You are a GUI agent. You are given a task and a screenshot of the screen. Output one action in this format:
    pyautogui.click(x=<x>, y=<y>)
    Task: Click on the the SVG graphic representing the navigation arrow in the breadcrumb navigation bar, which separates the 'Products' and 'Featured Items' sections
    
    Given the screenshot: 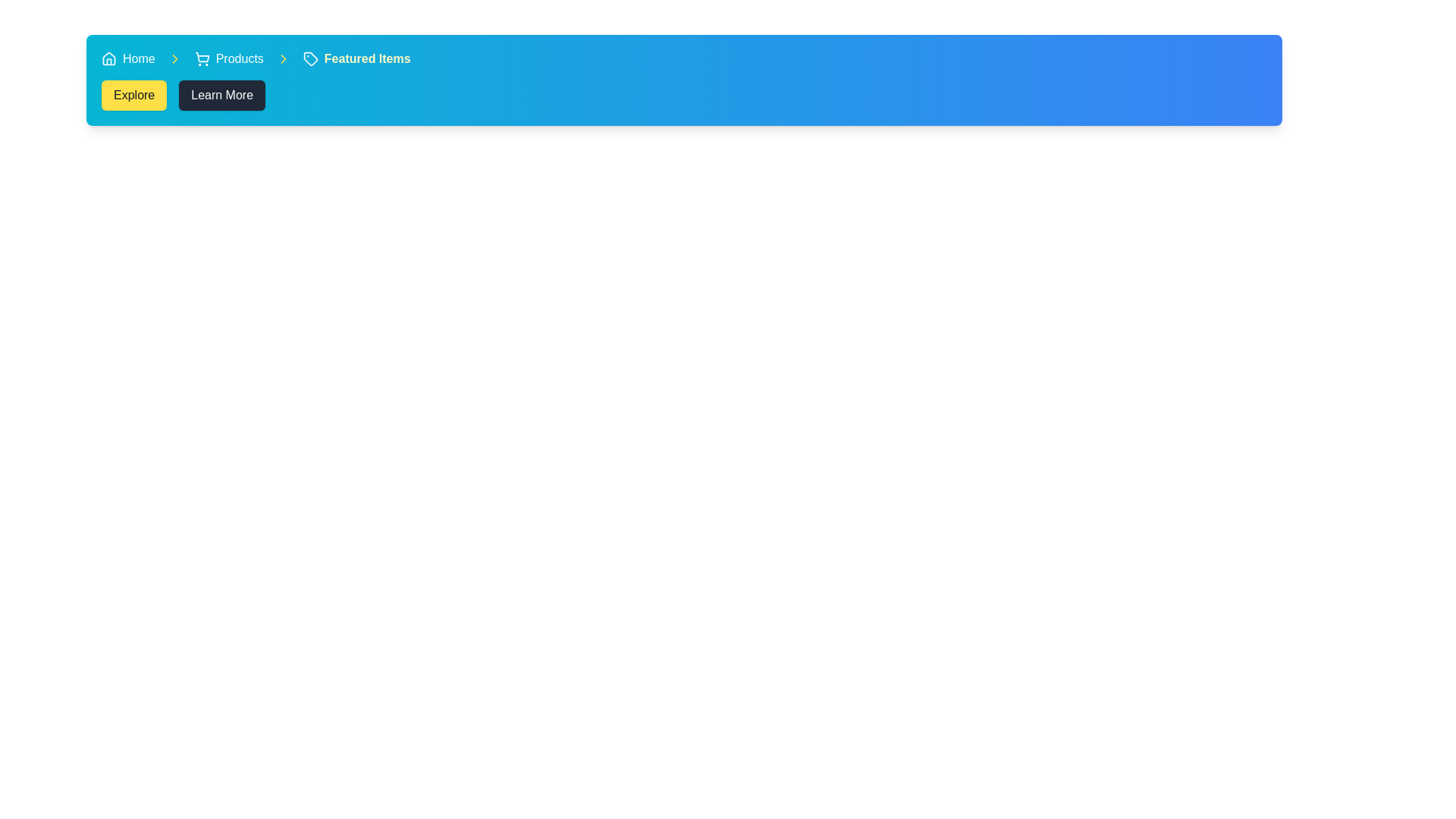 What is the action you would take?
    pyautogui.click(x=283, y=58)
    